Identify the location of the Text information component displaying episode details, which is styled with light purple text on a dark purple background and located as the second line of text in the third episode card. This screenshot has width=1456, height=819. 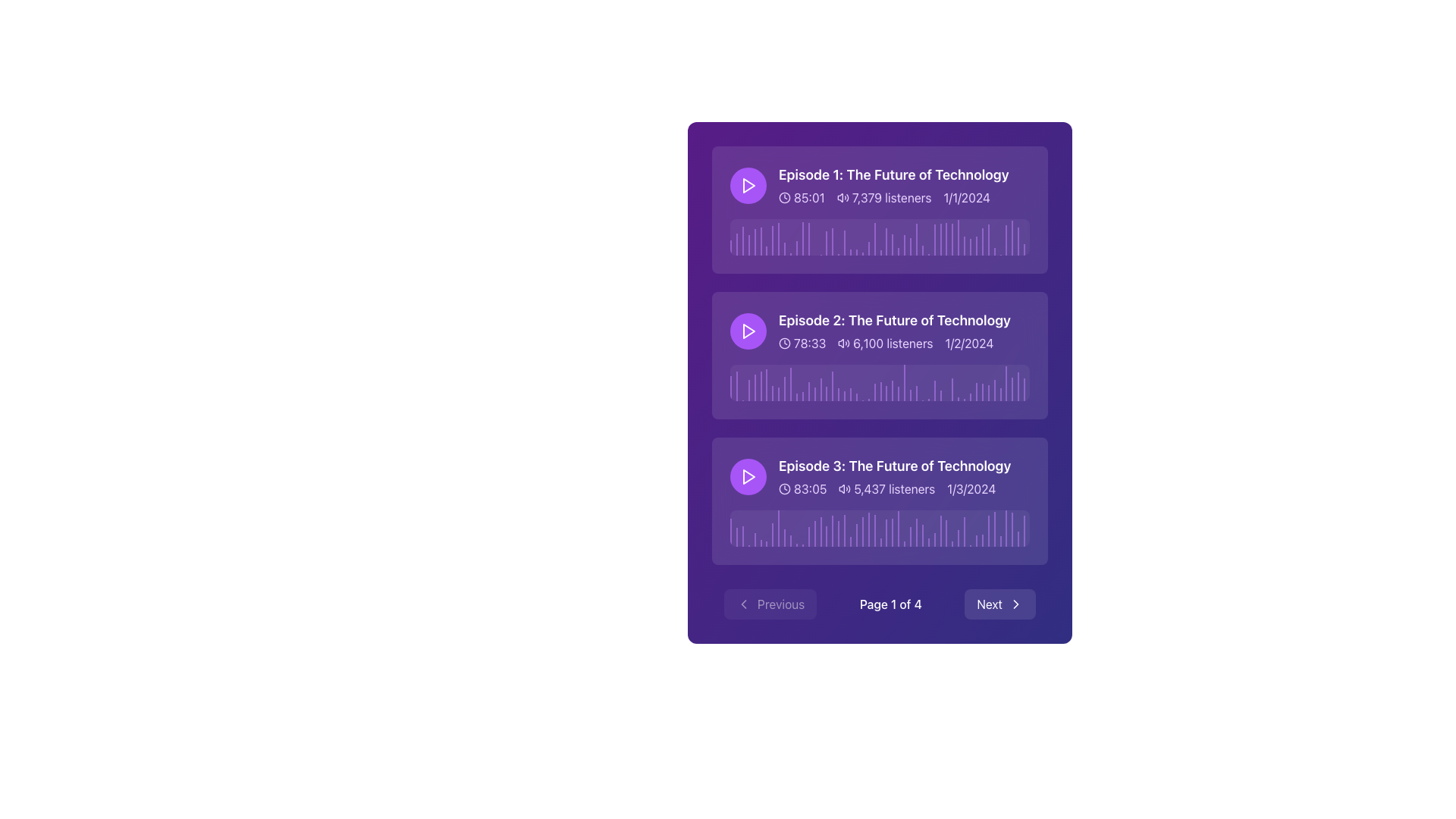
(895, 488).